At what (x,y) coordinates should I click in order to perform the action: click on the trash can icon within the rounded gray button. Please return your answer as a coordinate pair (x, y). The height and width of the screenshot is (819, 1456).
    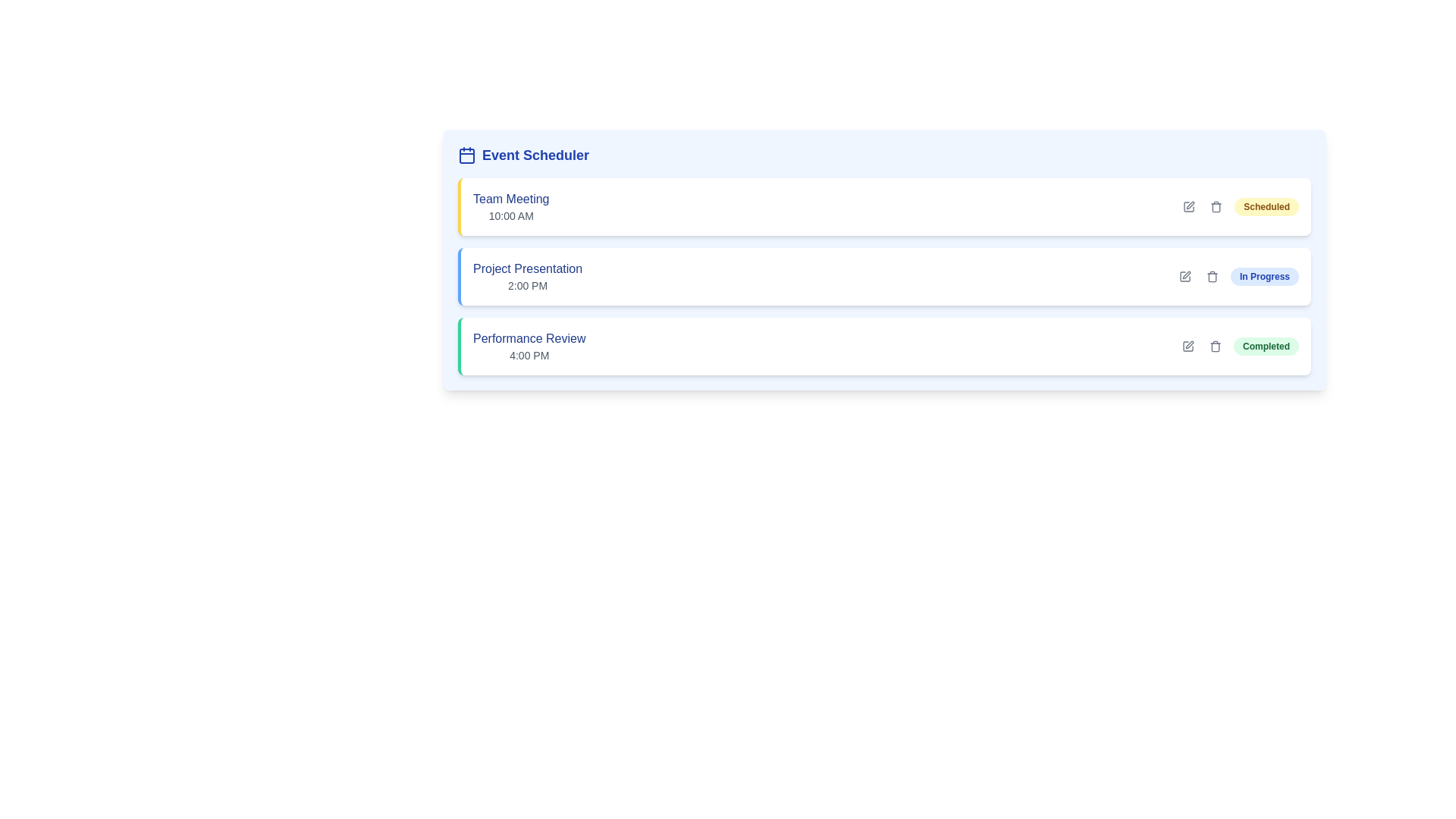
    Looking at the image, I should click on (1211, 277).